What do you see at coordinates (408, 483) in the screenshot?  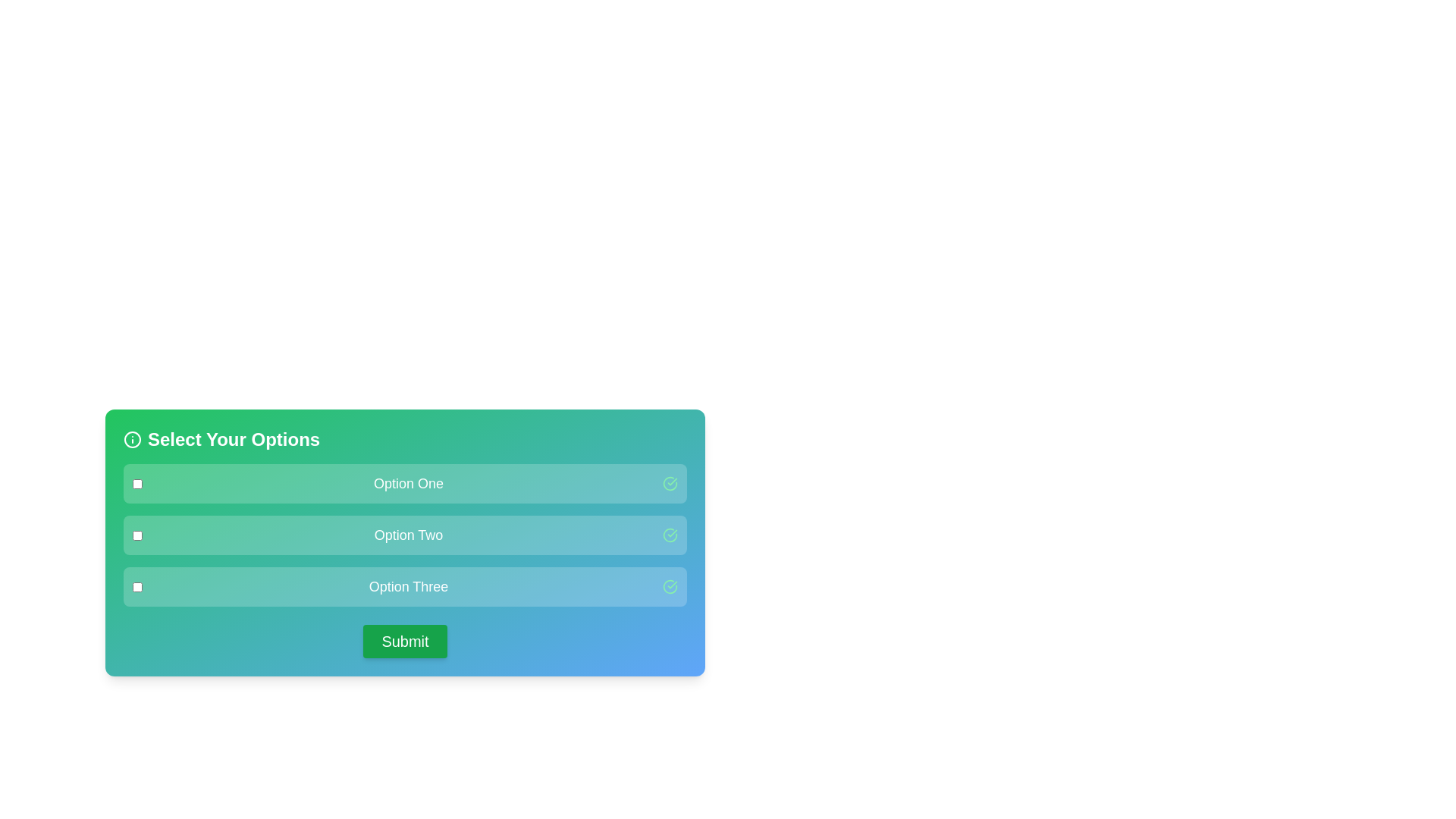 I see `the label of the option Option One` at bounding box center [408, 483].